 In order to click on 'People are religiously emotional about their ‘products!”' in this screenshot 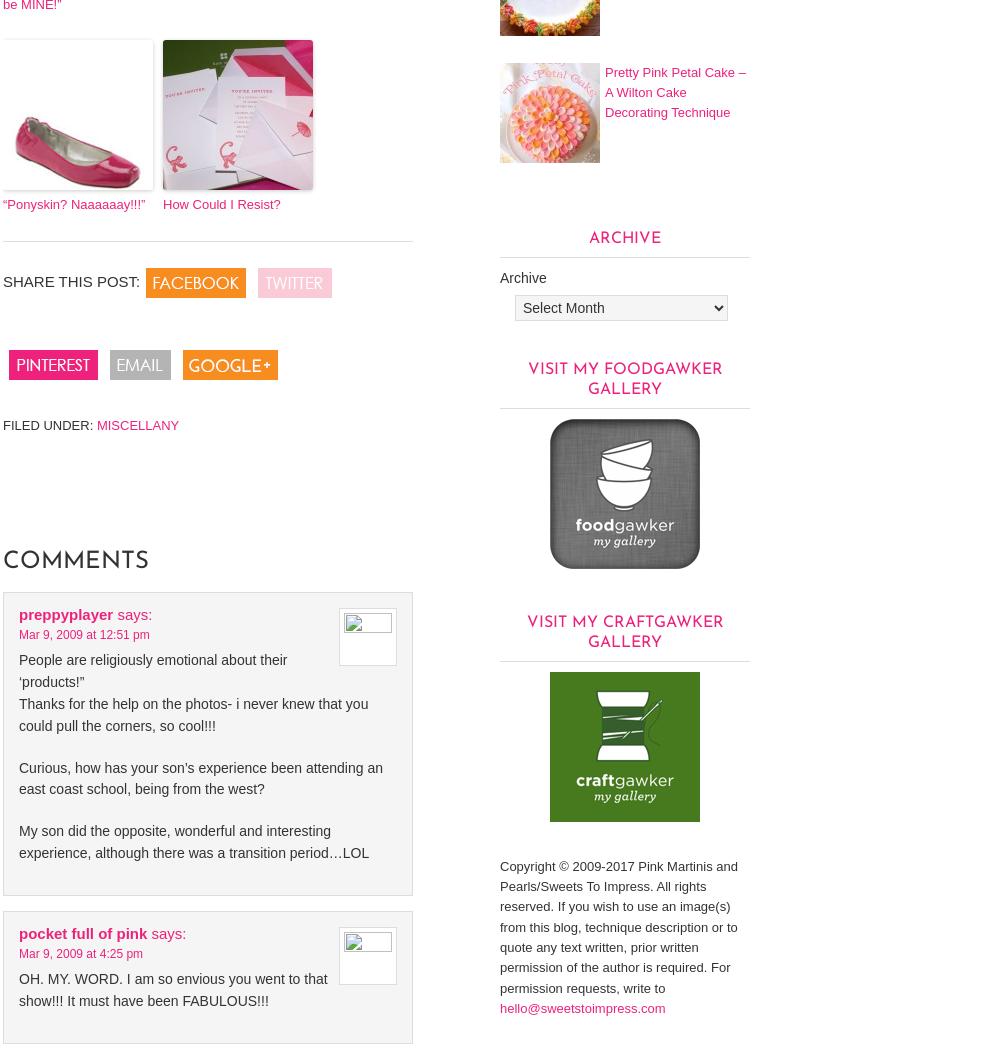, I will do `click(153, 669)`.